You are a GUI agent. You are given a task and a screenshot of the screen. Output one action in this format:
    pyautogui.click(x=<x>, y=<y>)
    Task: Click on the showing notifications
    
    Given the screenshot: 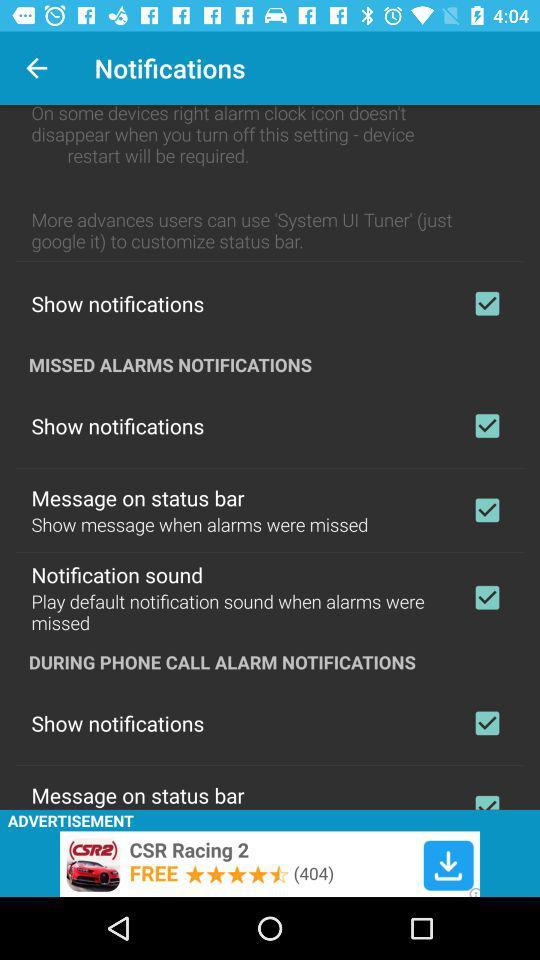 What is the action you would take?
    pyautogui.click(x=486, y=425)
    